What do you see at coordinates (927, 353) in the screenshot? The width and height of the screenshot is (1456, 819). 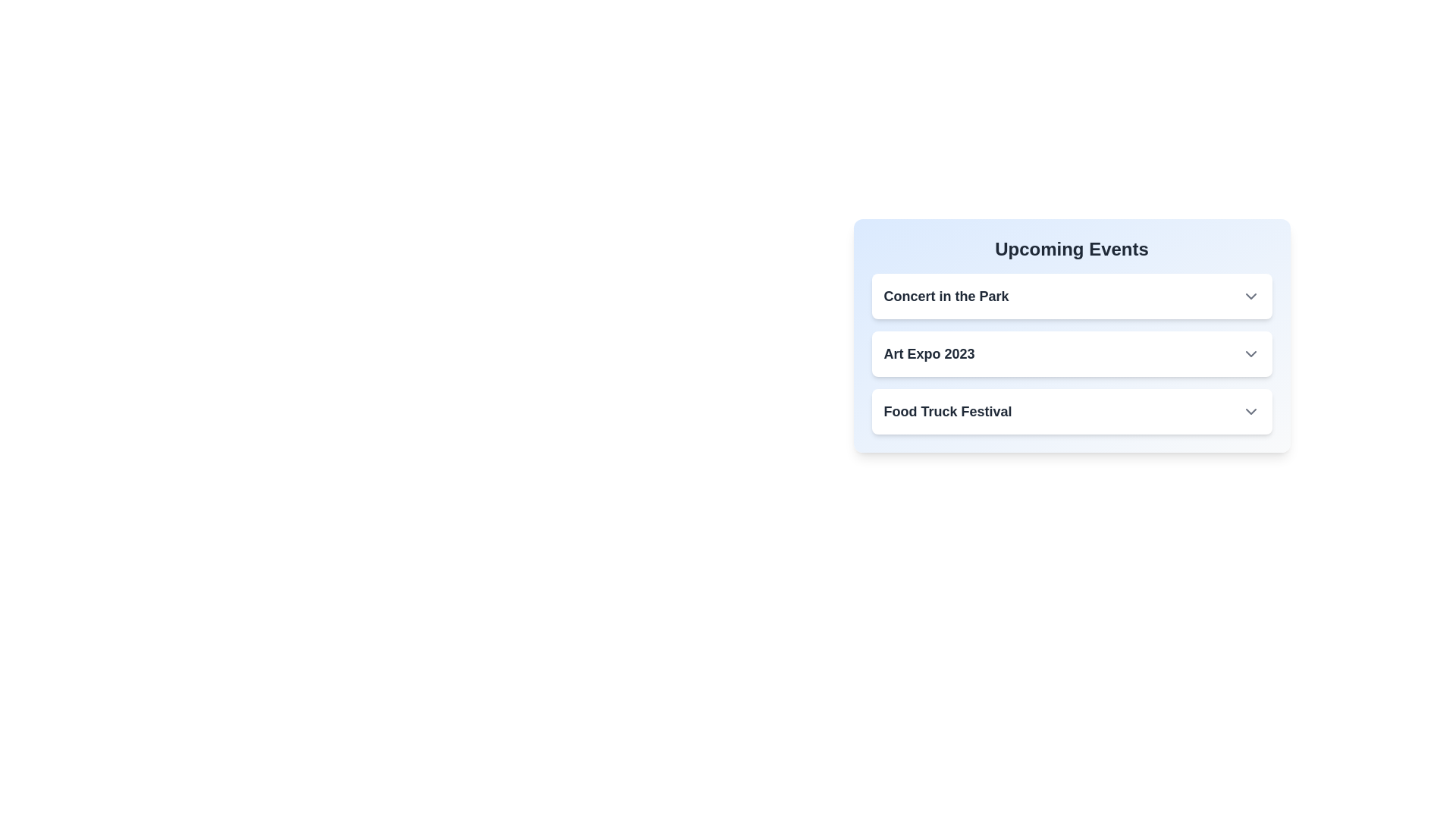 I see `the event title Art Expo 2023 to toggle its expanded state` at bounding box center [927, 353].